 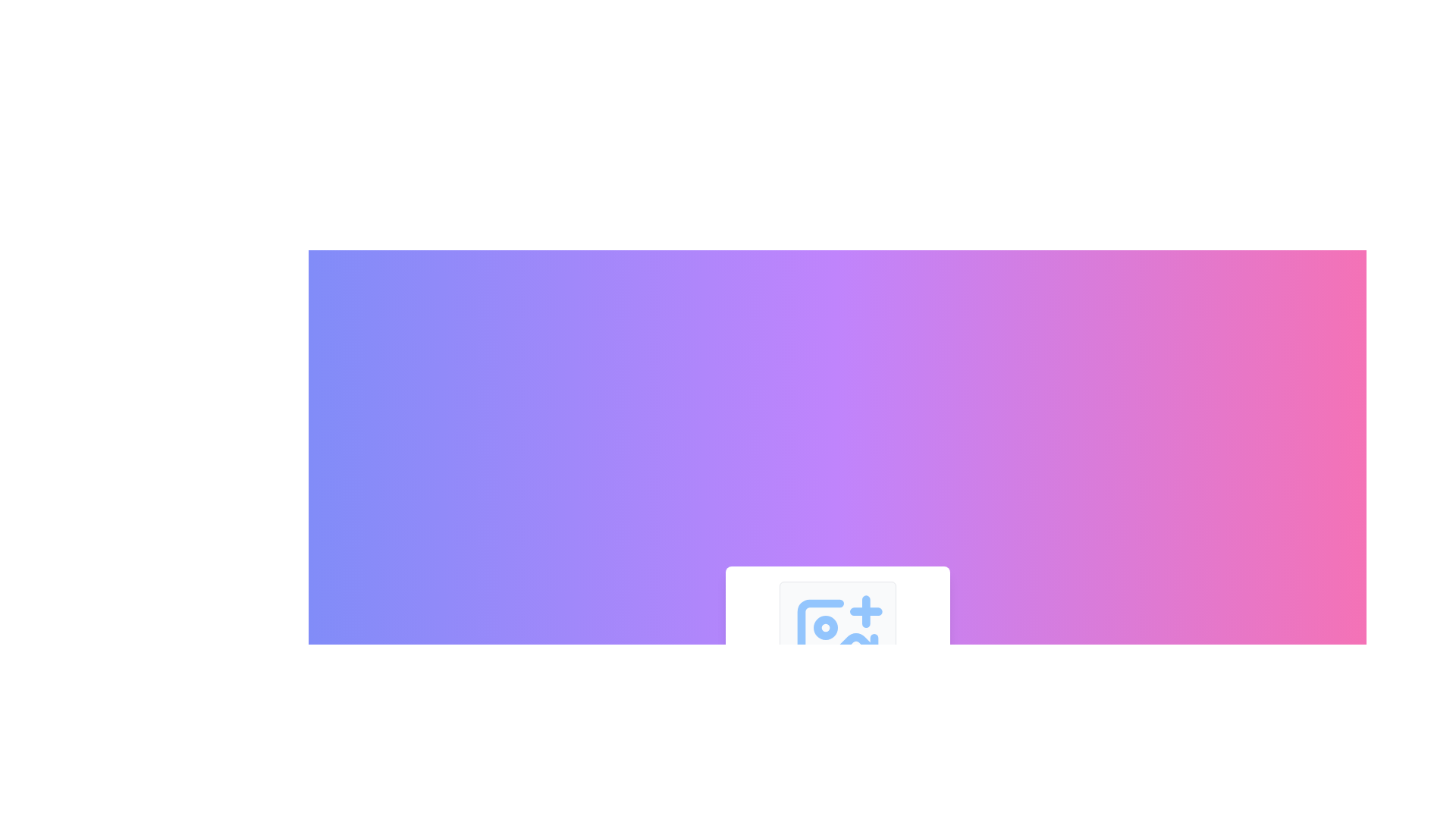 What do you see at coordinates (836, 640) in the screenshot?
I see `the minimalist light blue icon with a plus symbol in the top-right corner, which is centrally positioned within a bordered, rounded rectangle` at bounding box center [836, 640].